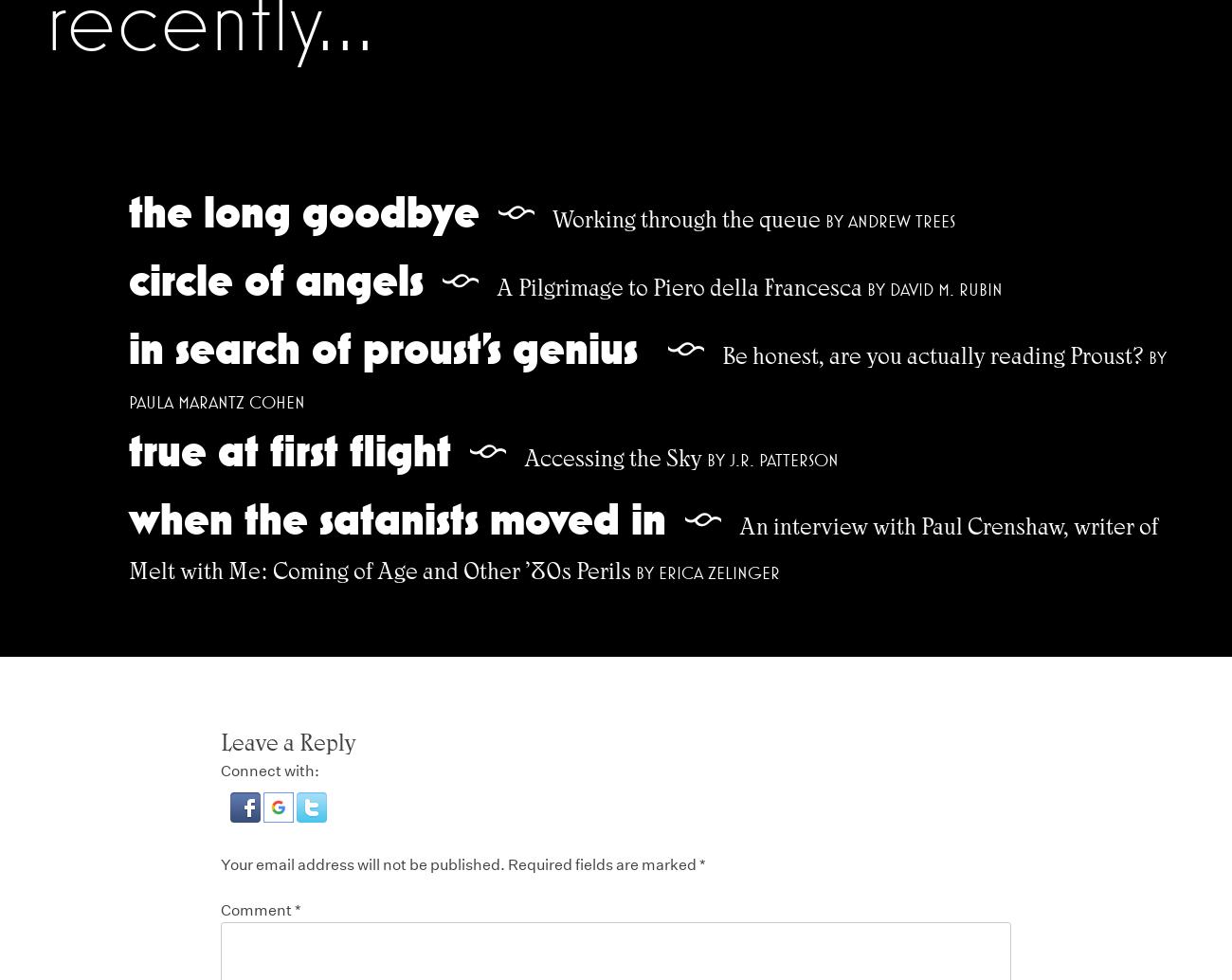 The width and height of the screenshot is (1232, 980). Describe the element at coordinates (707, 572) in the screenshot. I see `'by Erica Zelinger'` at that location.